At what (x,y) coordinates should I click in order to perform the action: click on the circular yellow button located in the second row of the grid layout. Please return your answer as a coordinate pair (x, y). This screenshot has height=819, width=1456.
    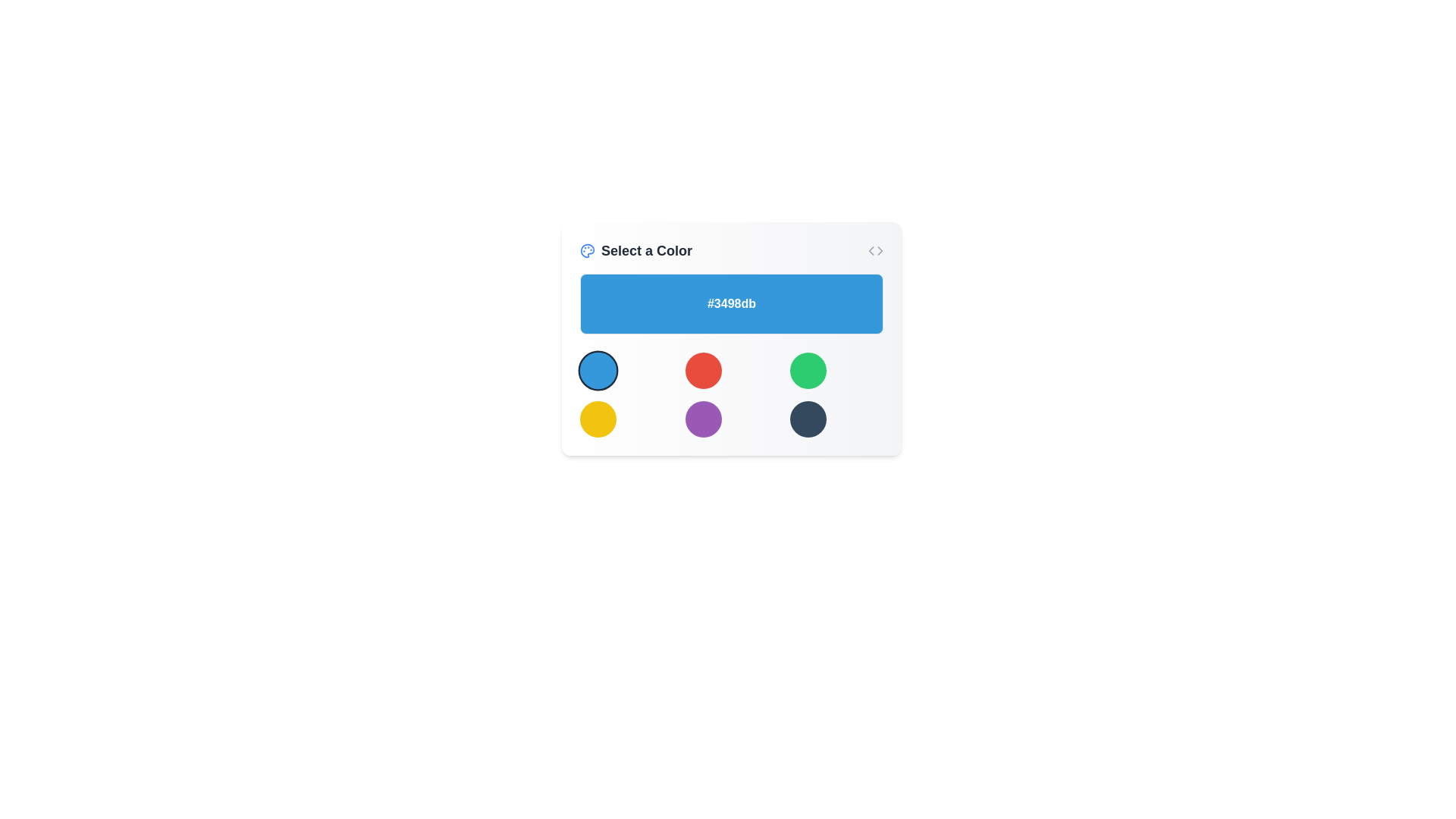
    Looking at the image, I should click on (597, 419).